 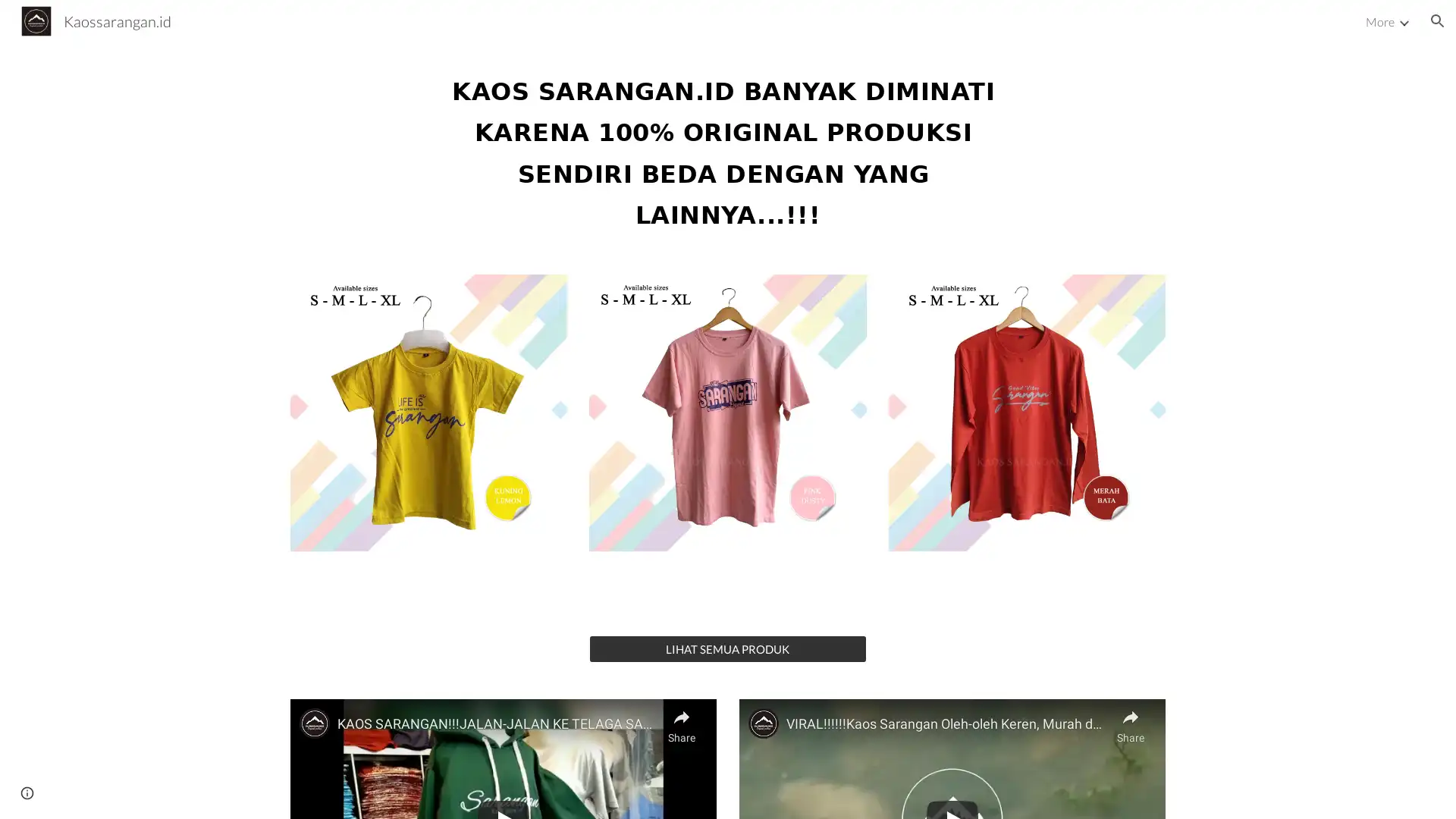 What do you see at coordinates (182, 792) in the screenshot?
I see `Report abuse` at bounding box center [182, 792].